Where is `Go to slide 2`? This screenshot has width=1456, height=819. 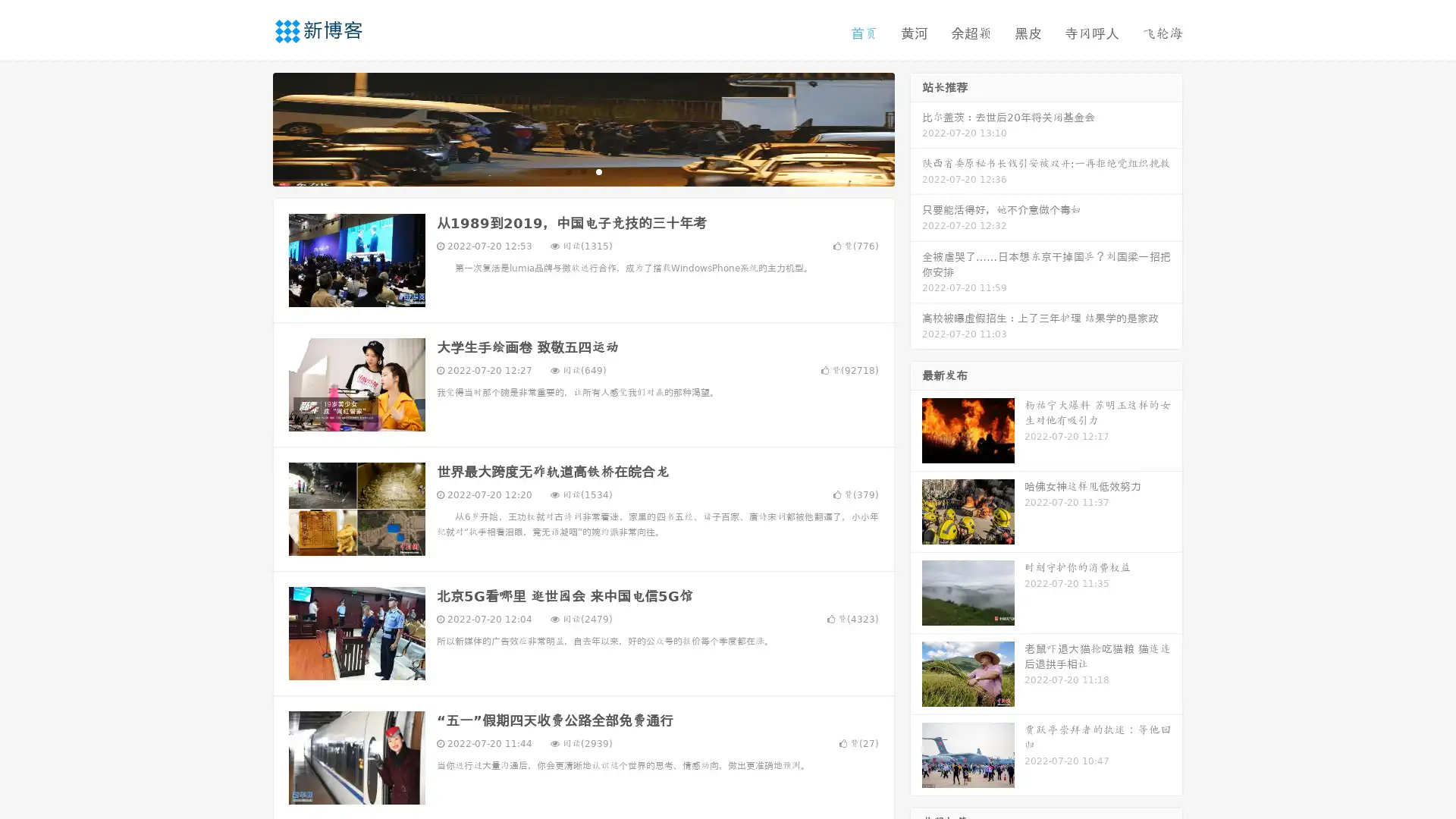 Go to slide 2 is located at coordinates (582, 171).